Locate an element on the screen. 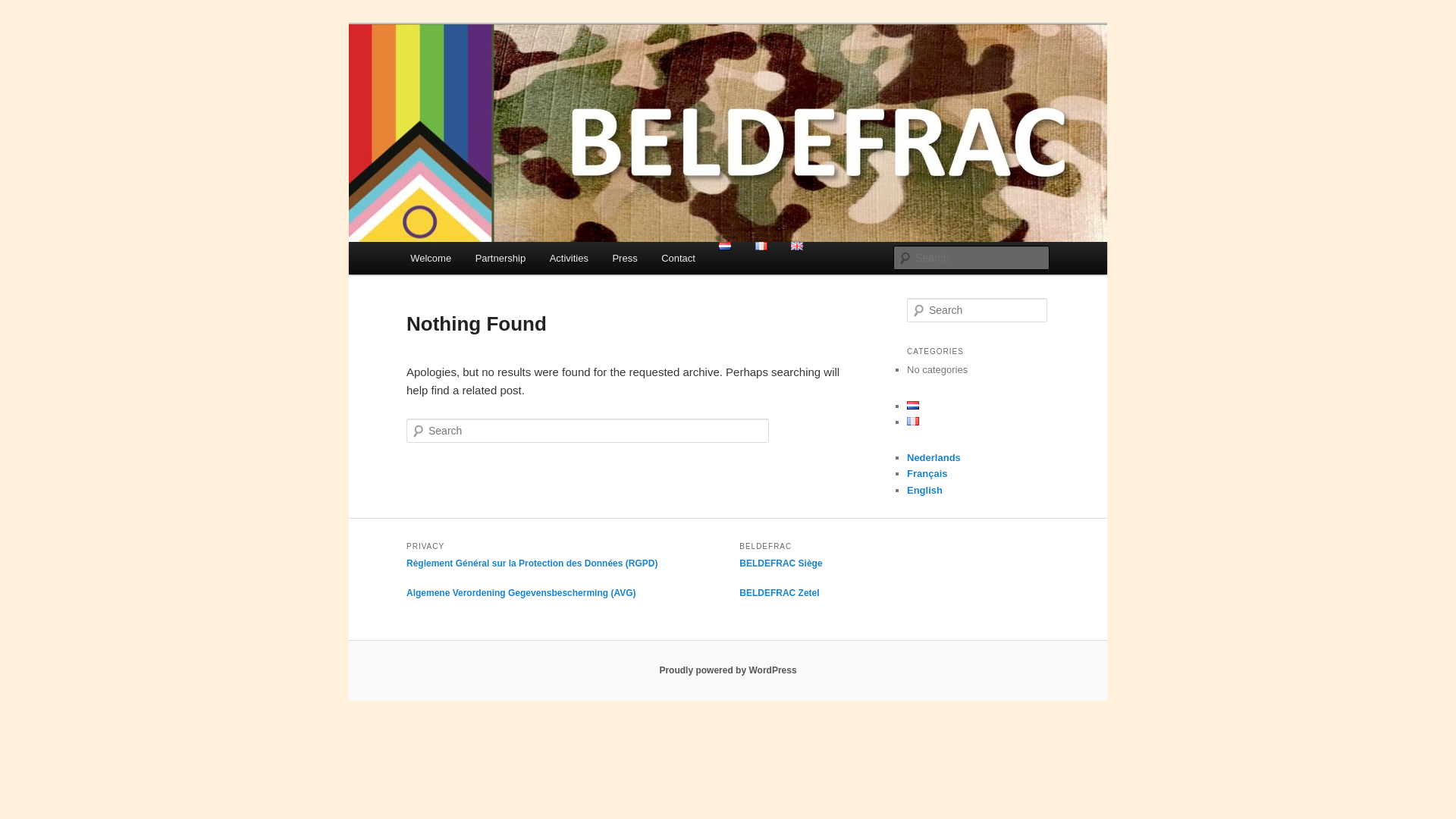  'Activities' is located at coordinates (568, 257).